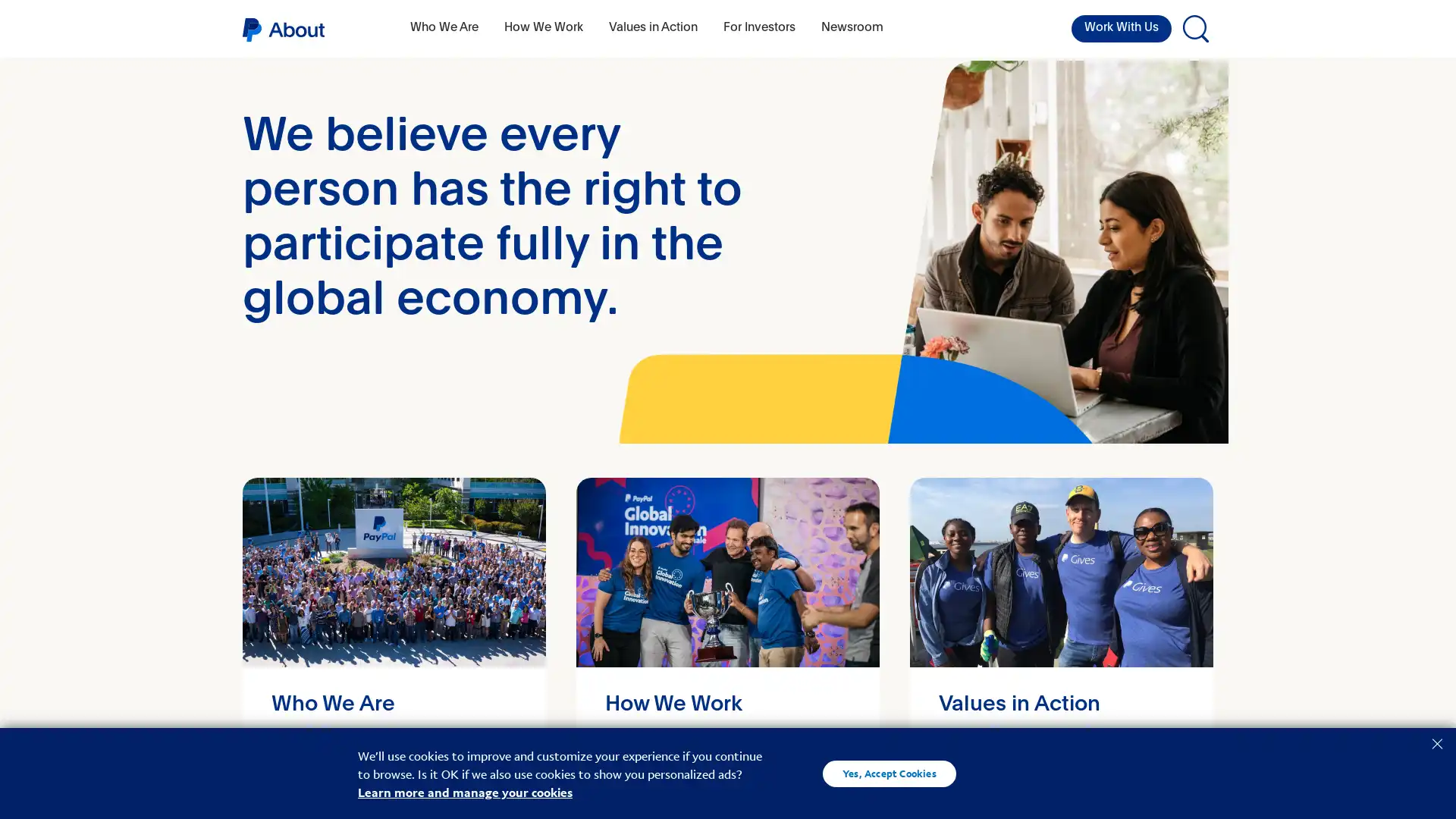 The height and width of the screenshot is (819, 1456). I want to click on close disclaimer, so click(1436, 742).